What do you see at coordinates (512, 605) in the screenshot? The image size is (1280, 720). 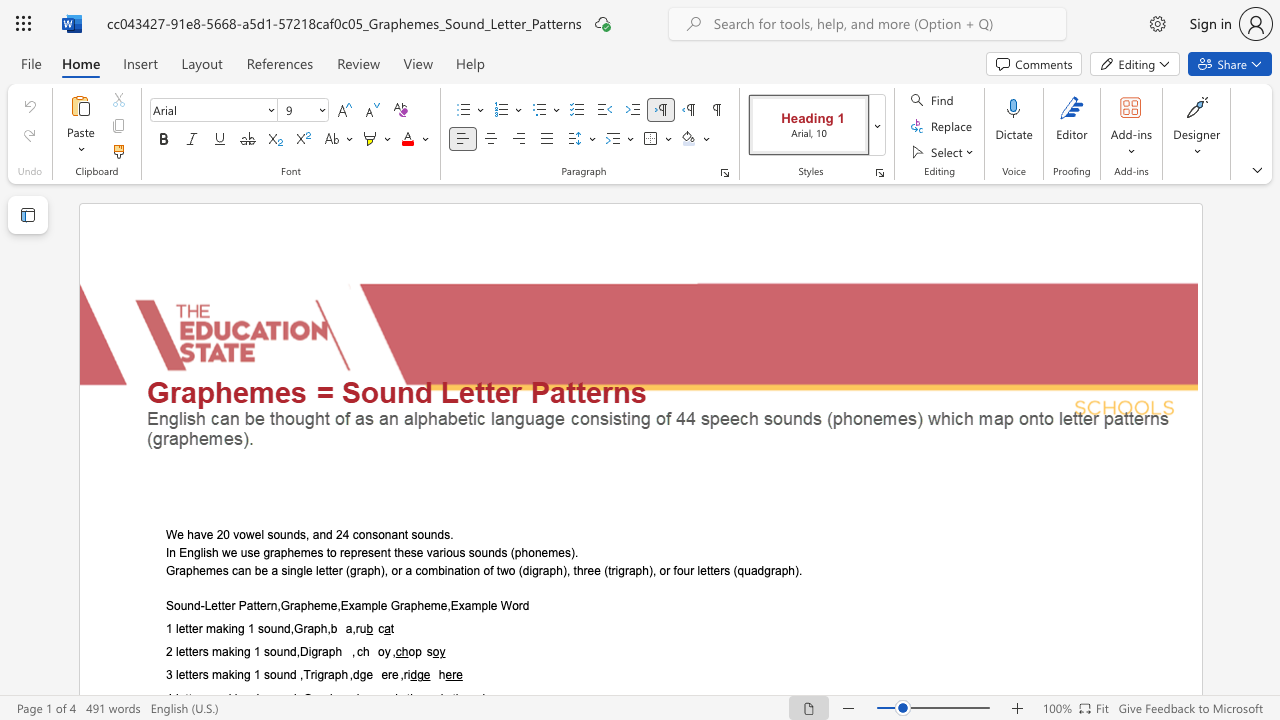 I see `the subset text "or" within the text "Sound-Letter Pattern,Grapheme,Example Grapheme,Example Word"` at bounding box center [512, 605].